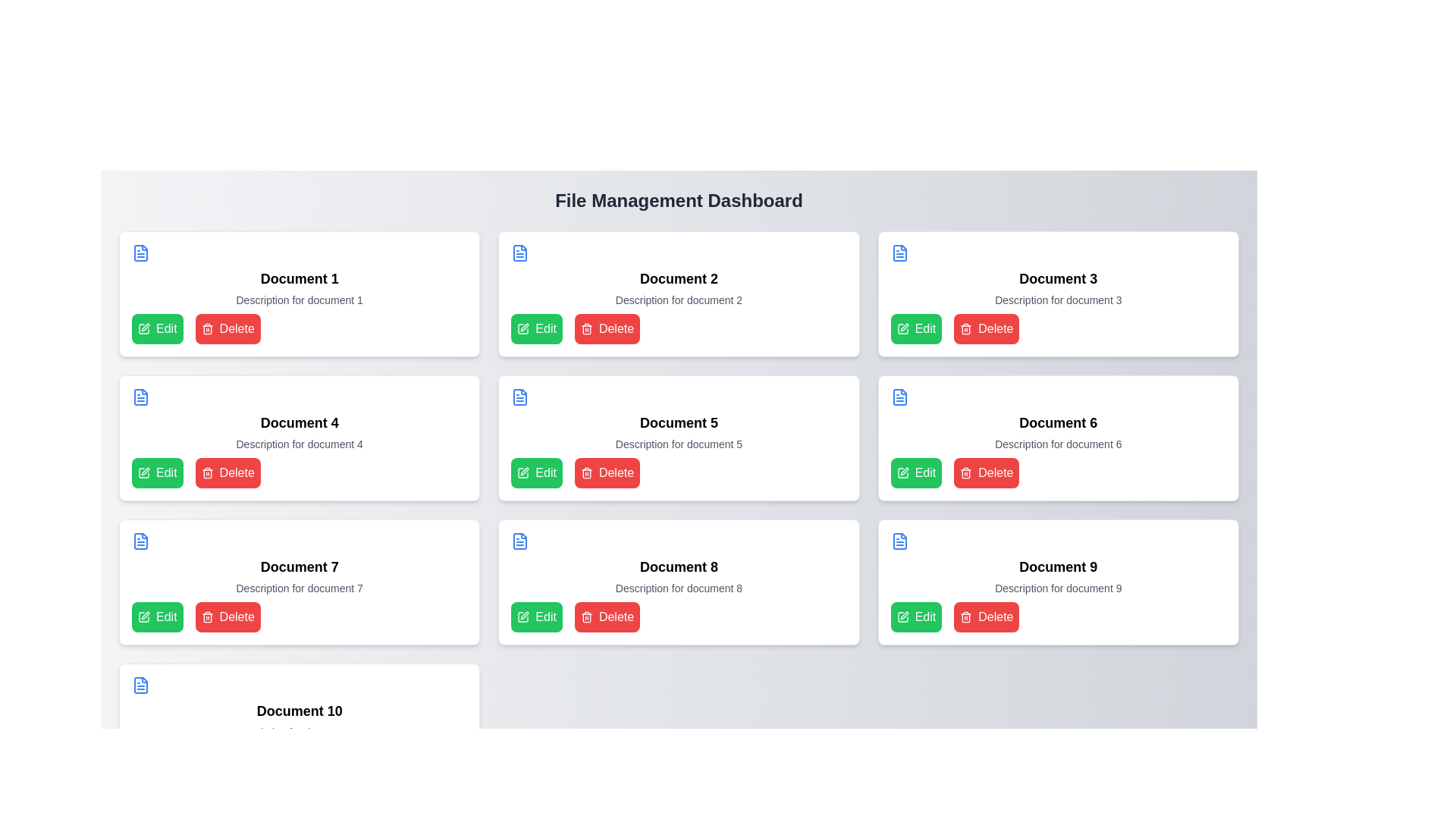 This screenshot has height=819, width=1456. I want to click on the static text element that provides a brief description of 'Document 6', located below the 'Document 6' title in the middle column of the second row on the dashboard, so click(1057, 444).